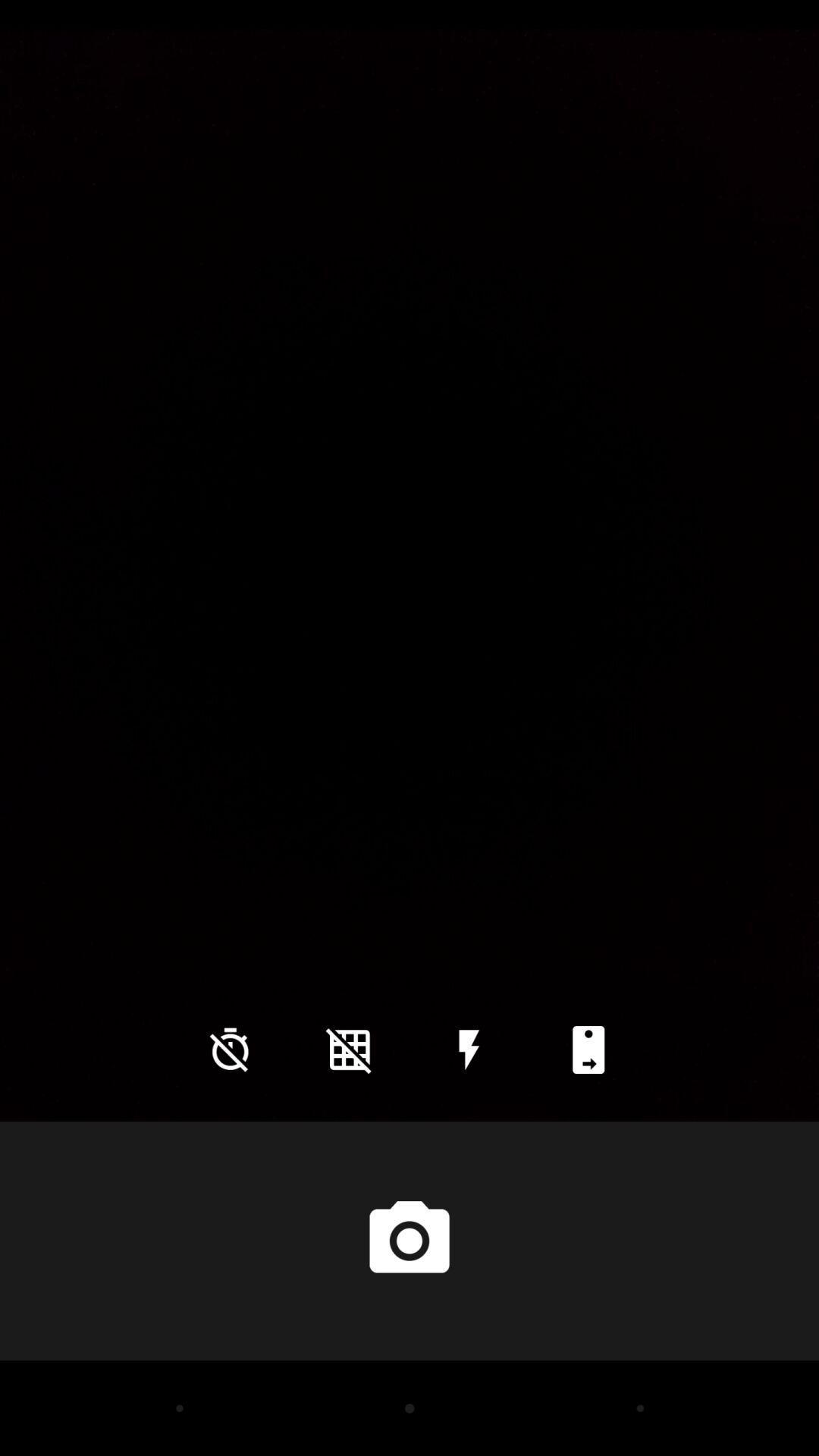 Image resolution: width=819 pixels, height=1456 pixels. Describe the element at coordinates (230, 1049) in the screenshot. I see `the time icon` at that location.